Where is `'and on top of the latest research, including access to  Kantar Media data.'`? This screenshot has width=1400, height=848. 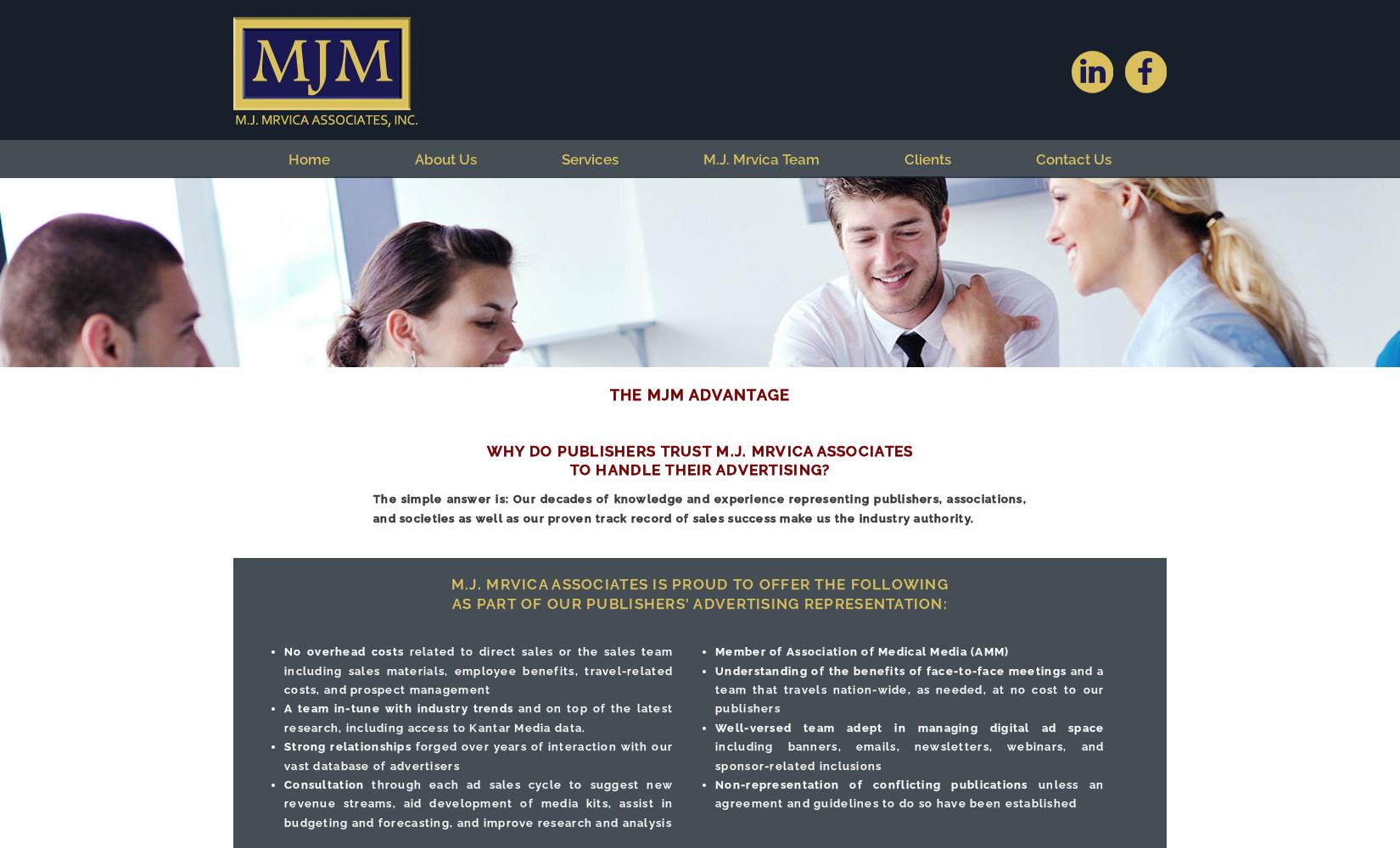
'and on top of the latest research, including access to  Kantar Media data.' is located at coordinates (477, 717).